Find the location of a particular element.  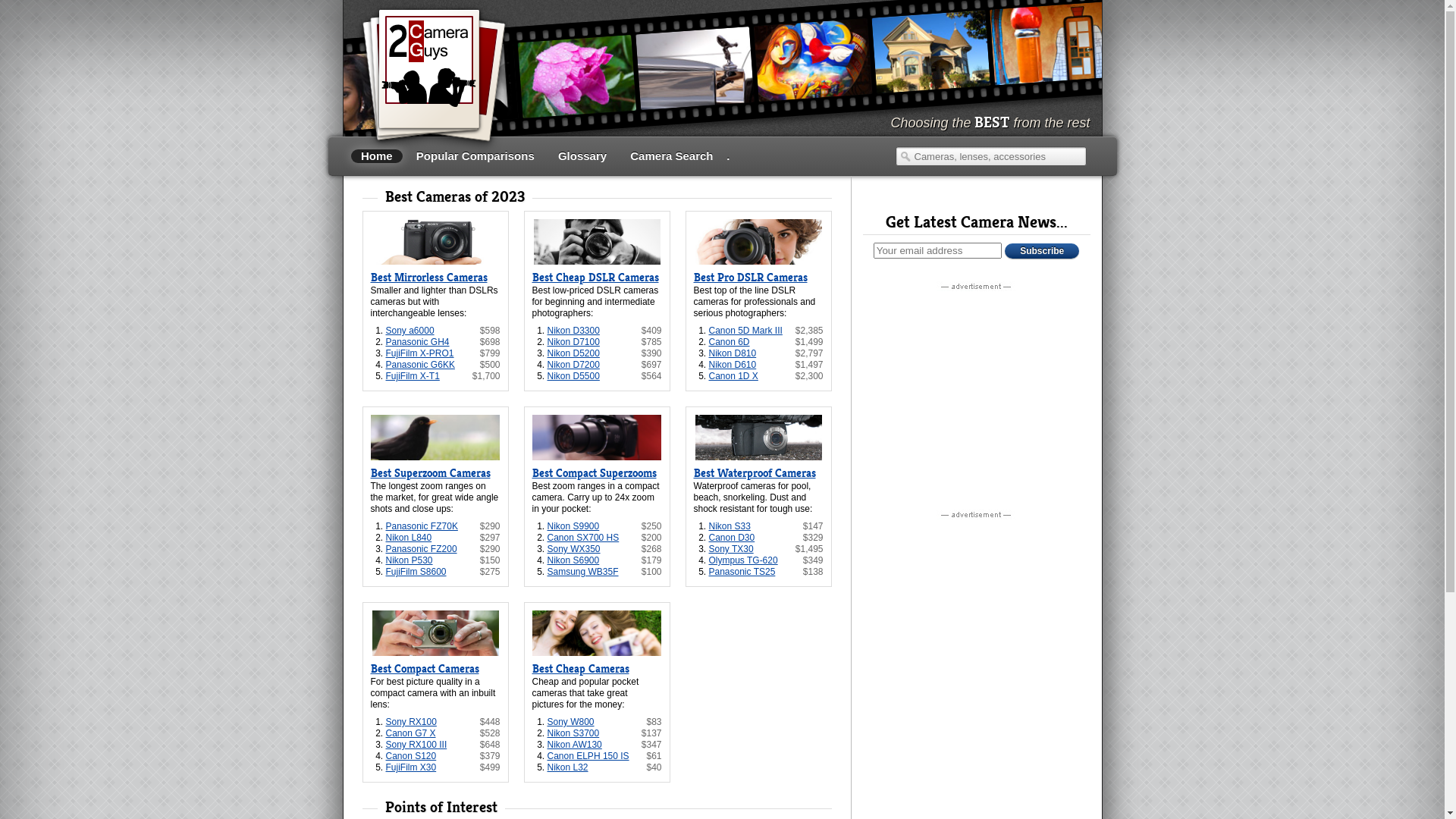

'Nikon D7100' is located at coordinates (573, 342).